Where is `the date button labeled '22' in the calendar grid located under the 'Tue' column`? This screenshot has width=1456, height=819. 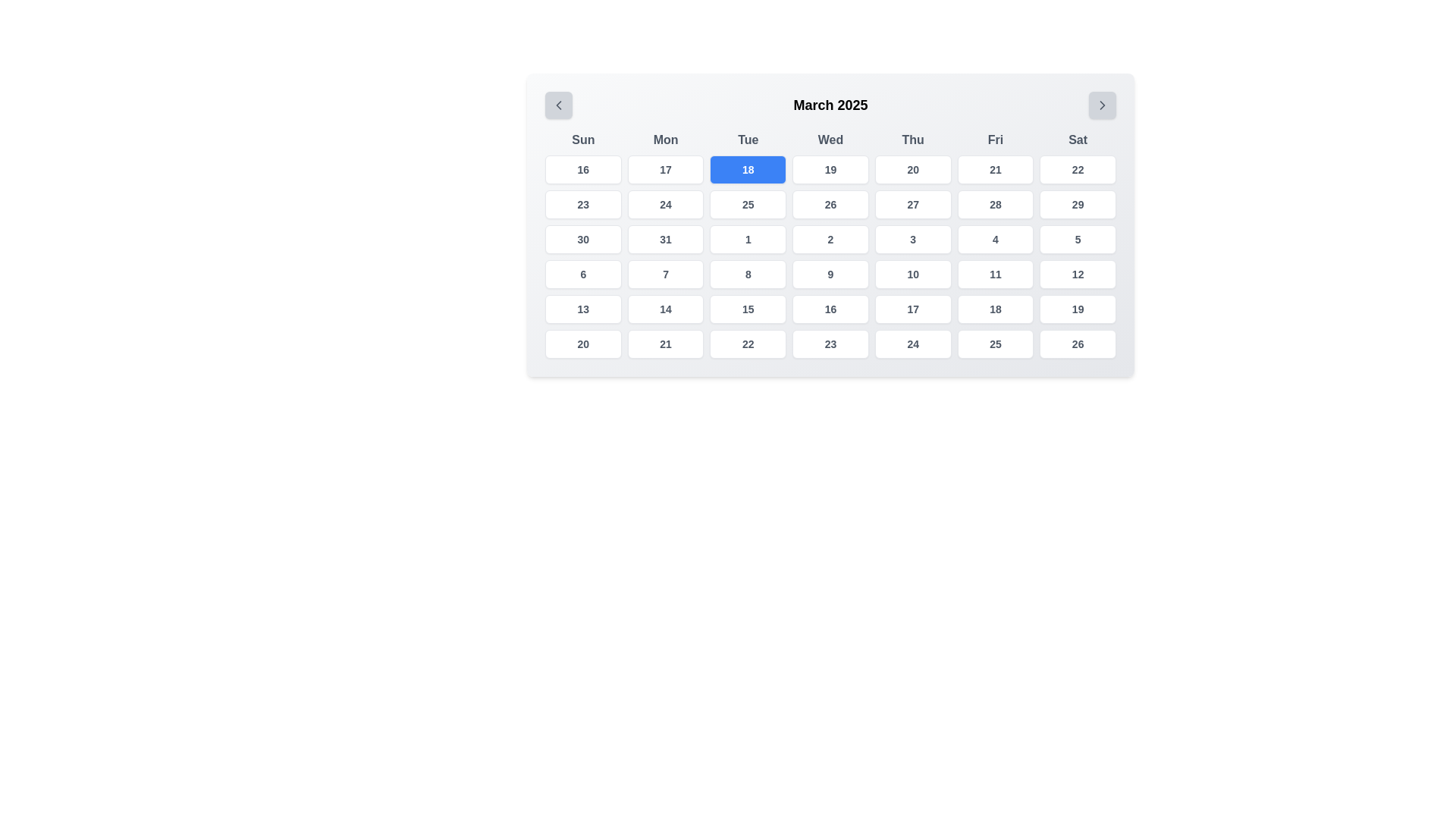 the date button labeled '22' in the calendar grid located under the 'Tue' column is located at coordinates (748, 344).